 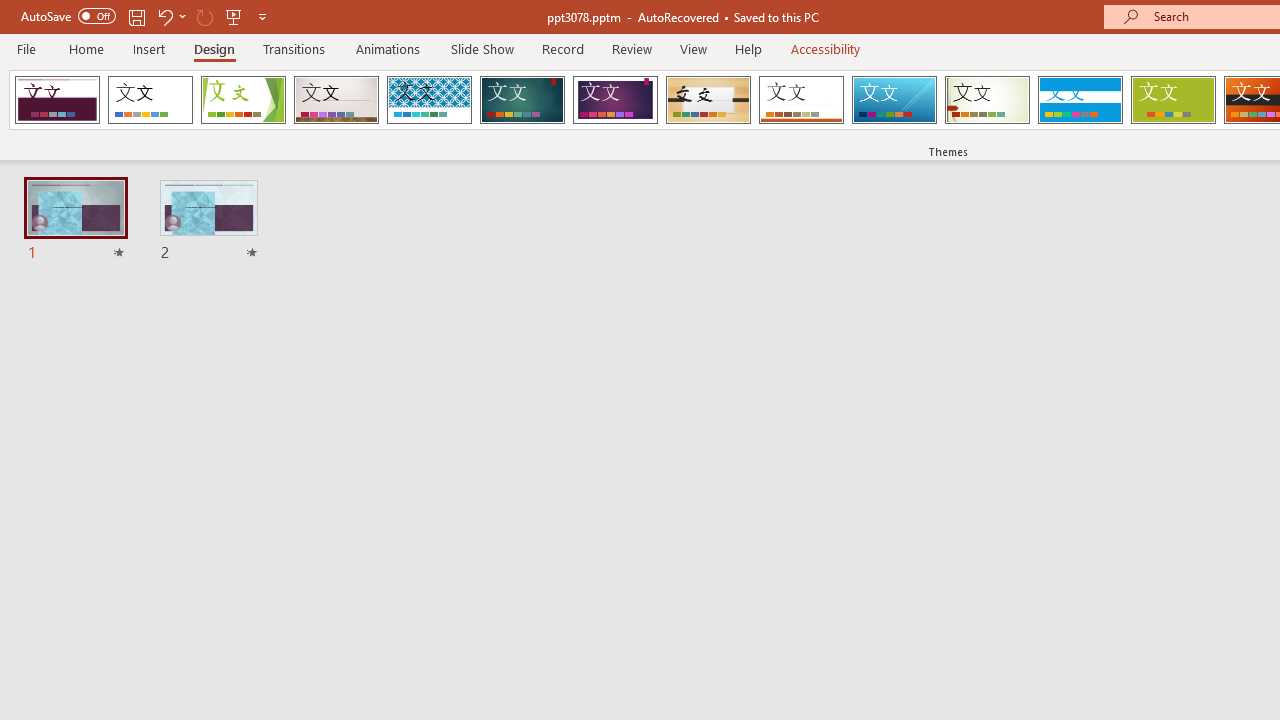 What do you see at coordinates (242, 100) in the screenshot?
I see `'Facet'` at bounding box center [242, 100].